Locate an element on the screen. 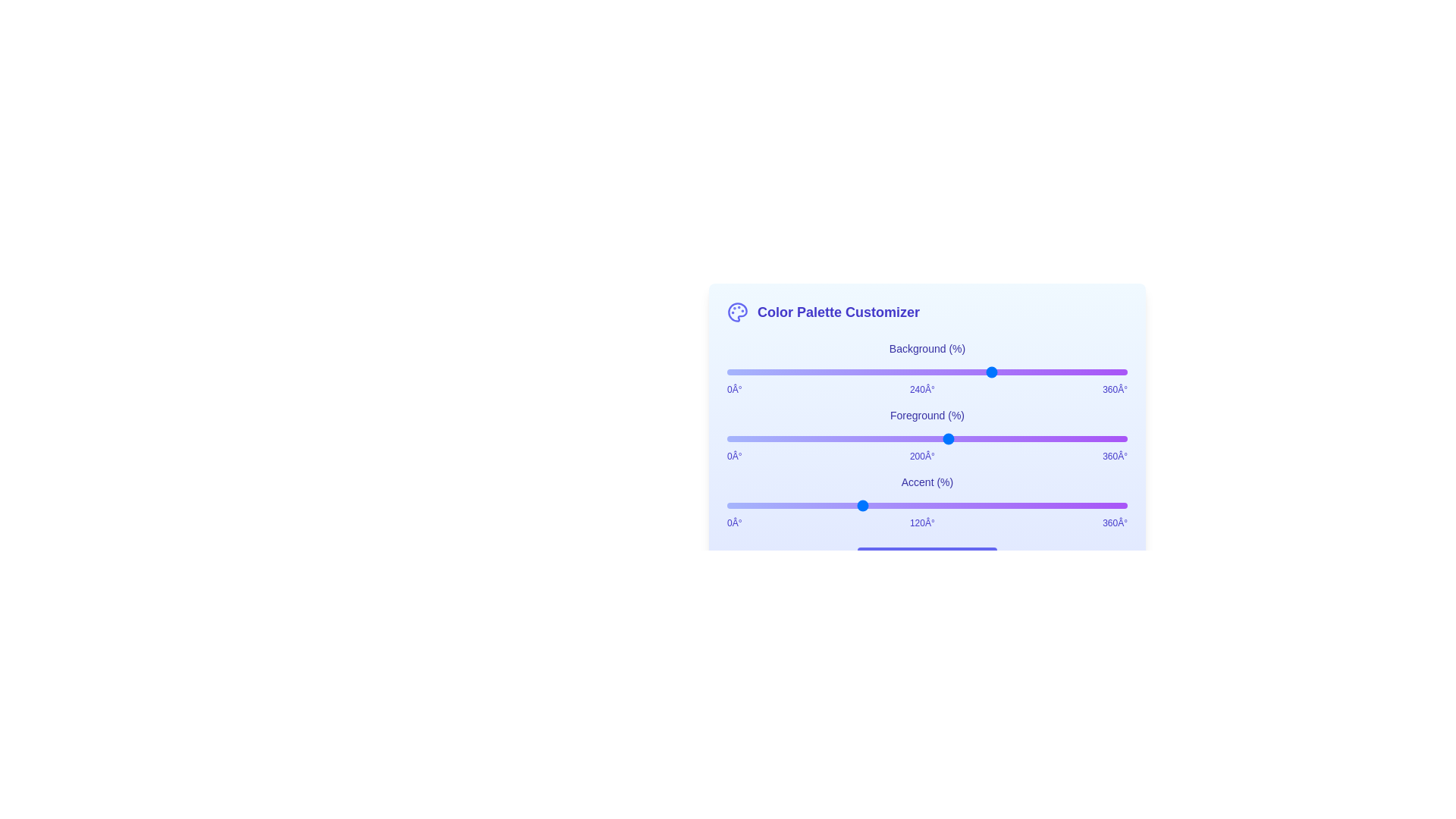 Image resolution: width=1456 pixels, height=819 pixels. the Accent slider to set its hue to 317 degrees is located at coordinates (1078, 506).